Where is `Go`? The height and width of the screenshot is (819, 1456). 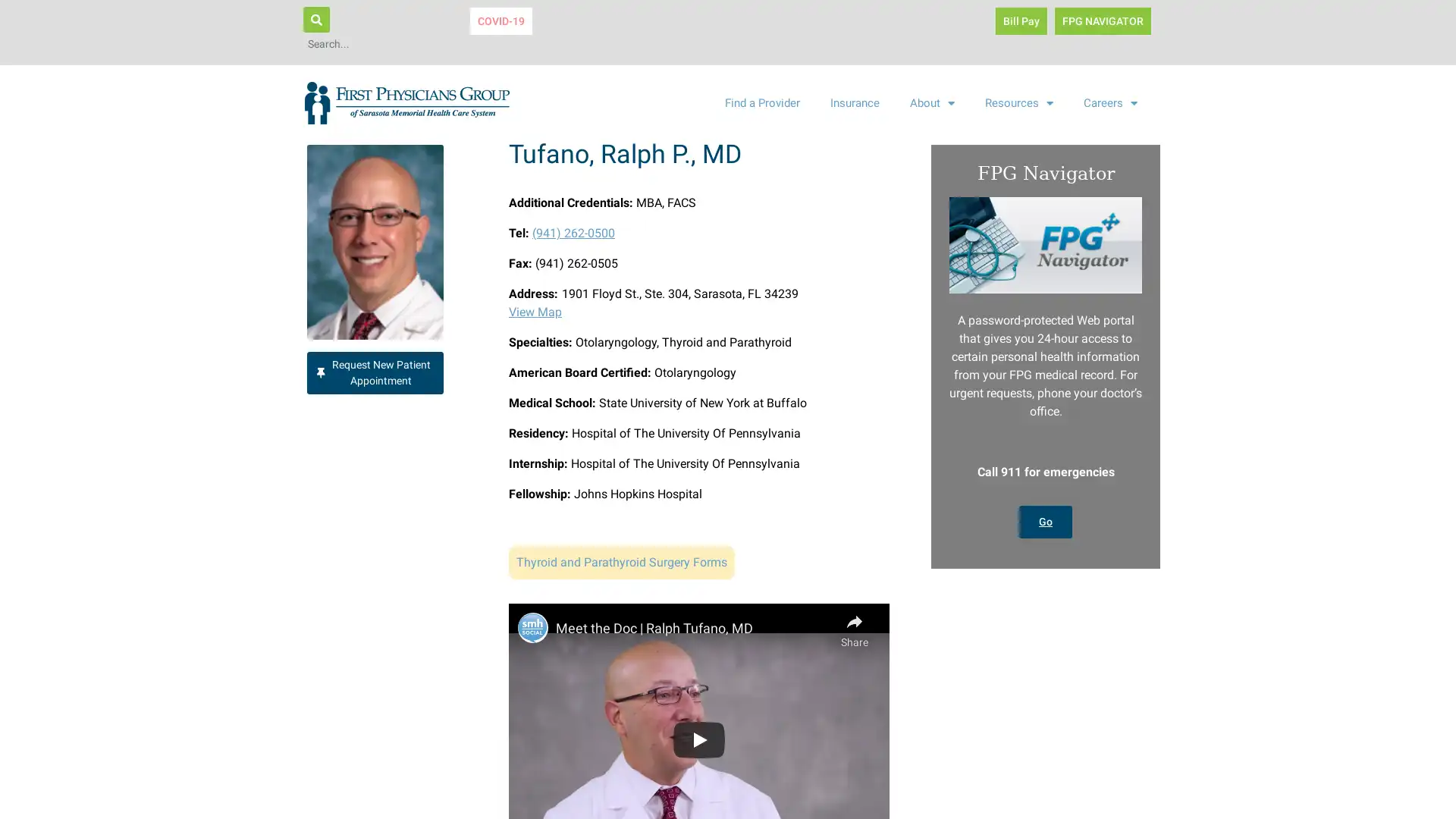 Go is located at coordinates (1044, 520).